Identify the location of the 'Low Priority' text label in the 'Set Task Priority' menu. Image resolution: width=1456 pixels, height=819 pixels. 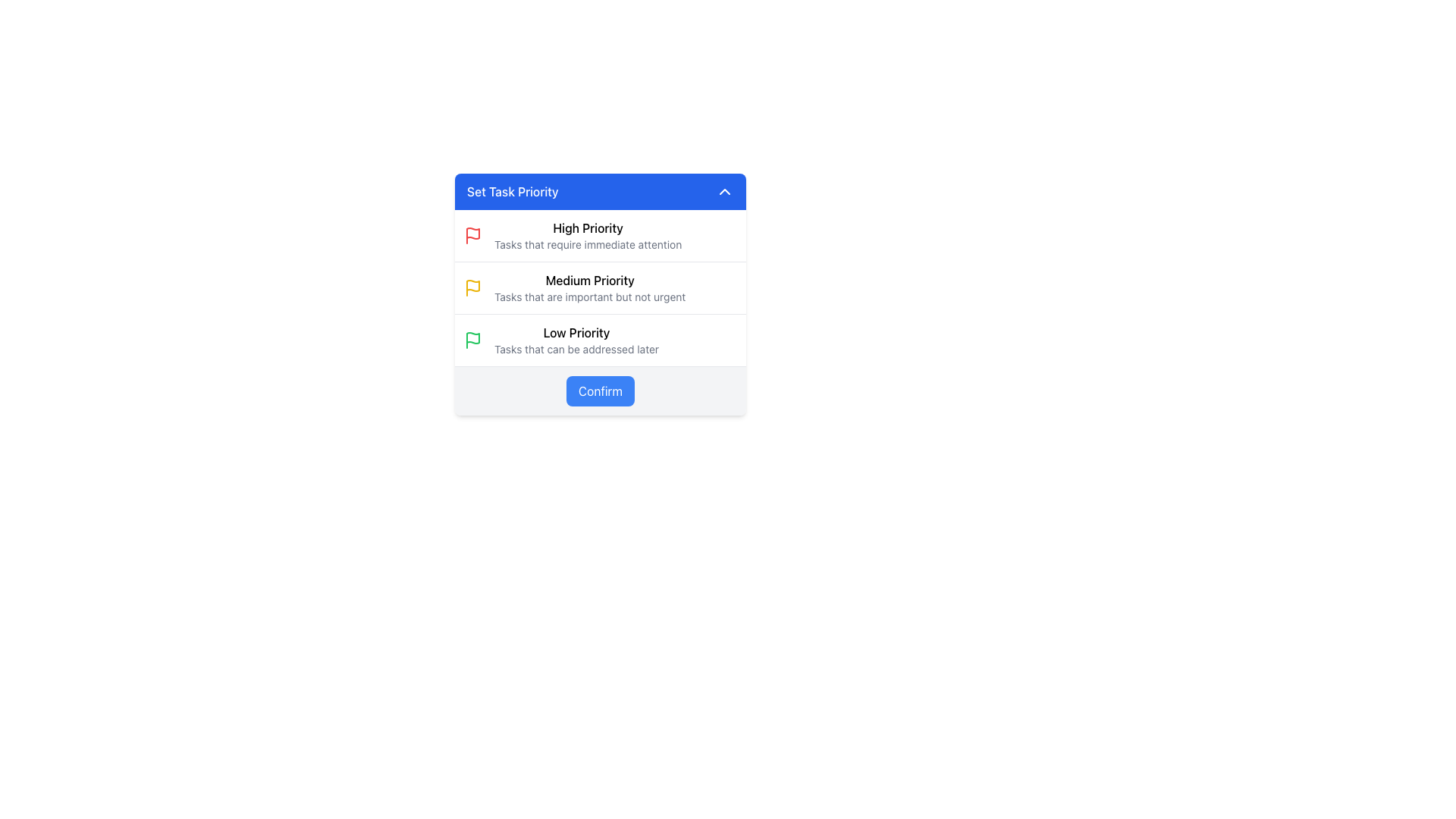
(576, 339).